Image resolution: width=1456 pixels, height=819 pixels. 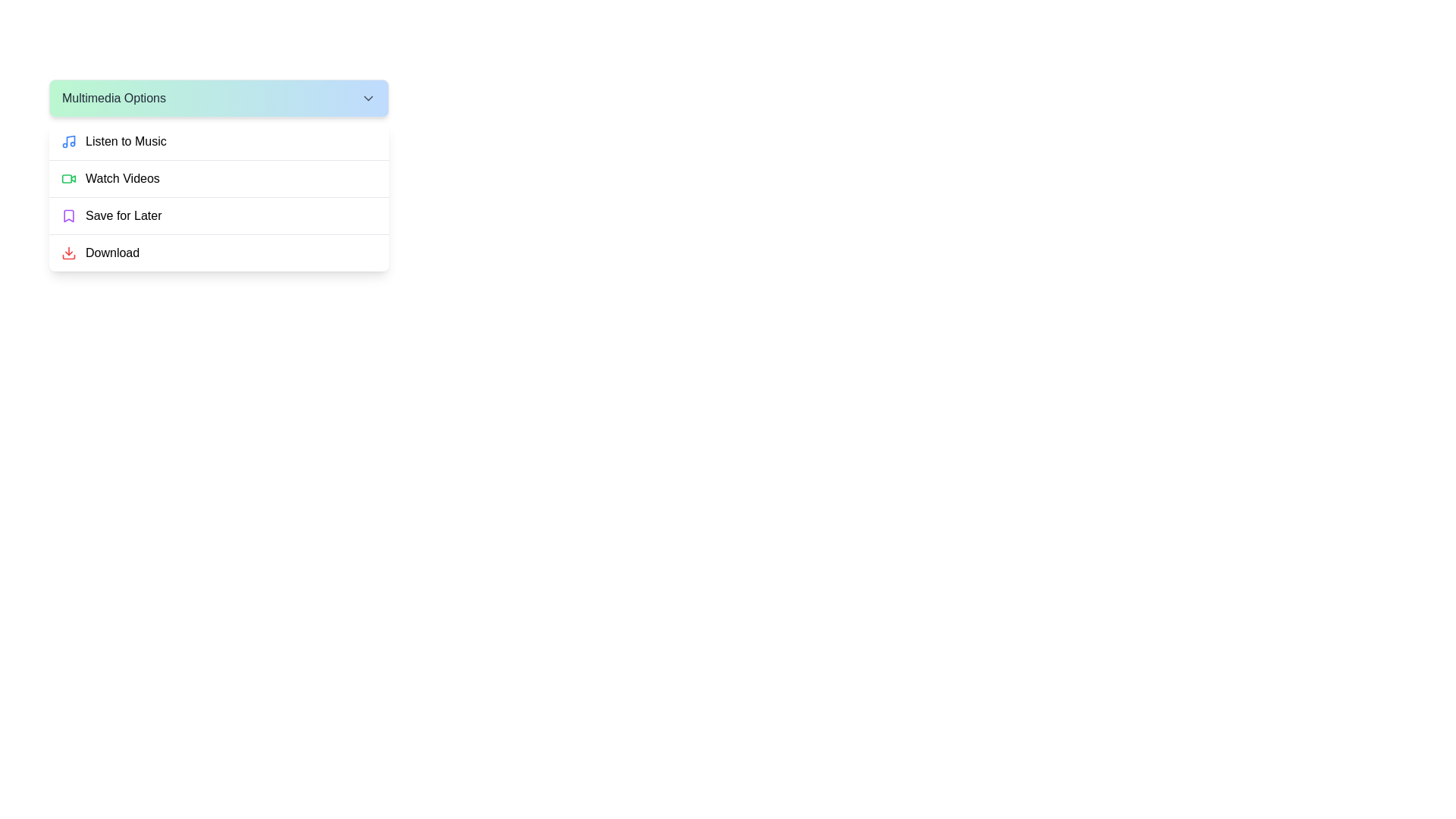 What do you see at coordinates (68, 216) in the screenshot?
I see `the 'Save for Later' icon located in the dropdown menu to interact with its associated functionality` at bounding box center [68, 216].